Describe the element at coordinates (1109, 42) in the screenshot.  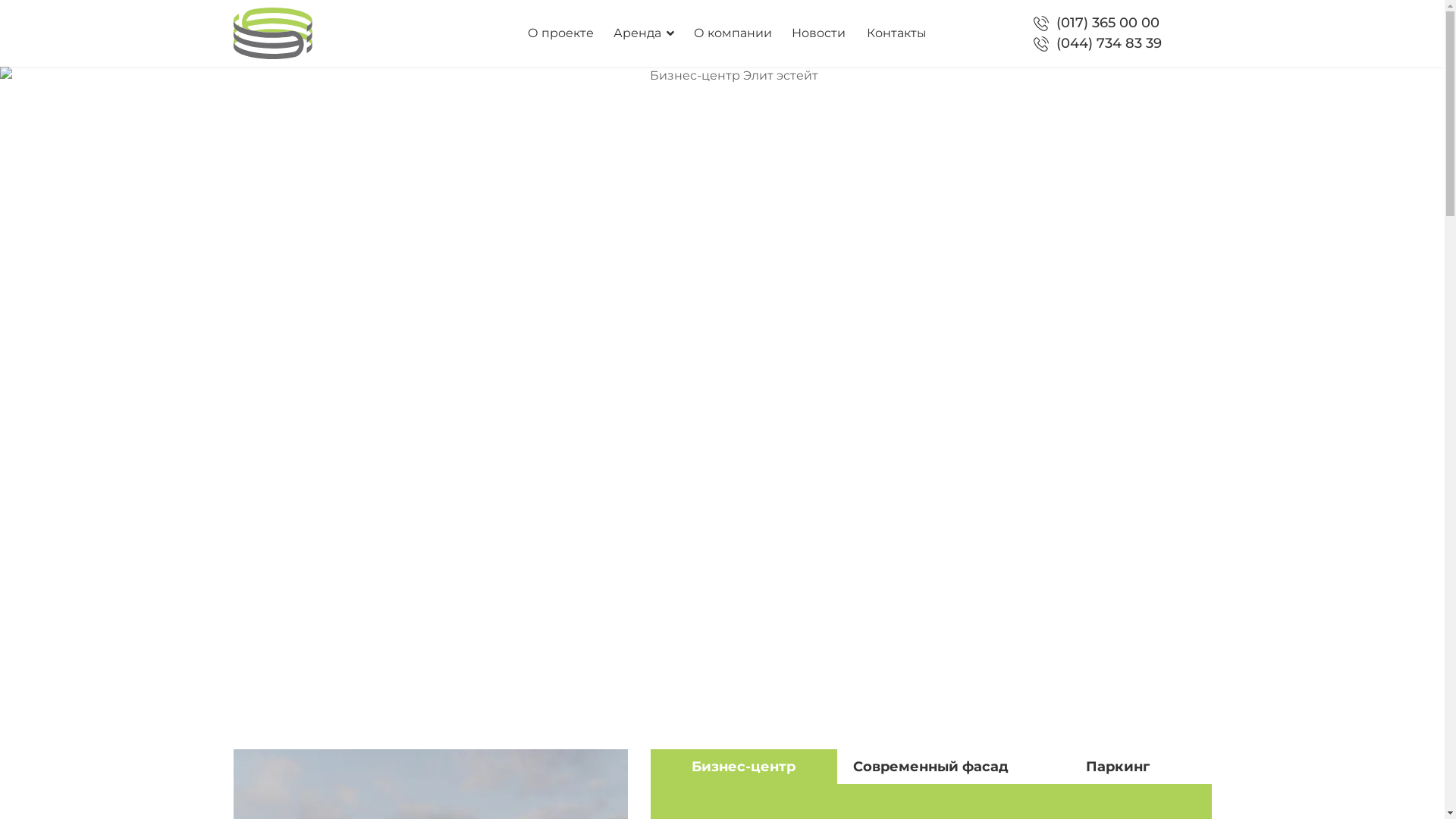
I see `'(044) 734 83 39'` at that location.